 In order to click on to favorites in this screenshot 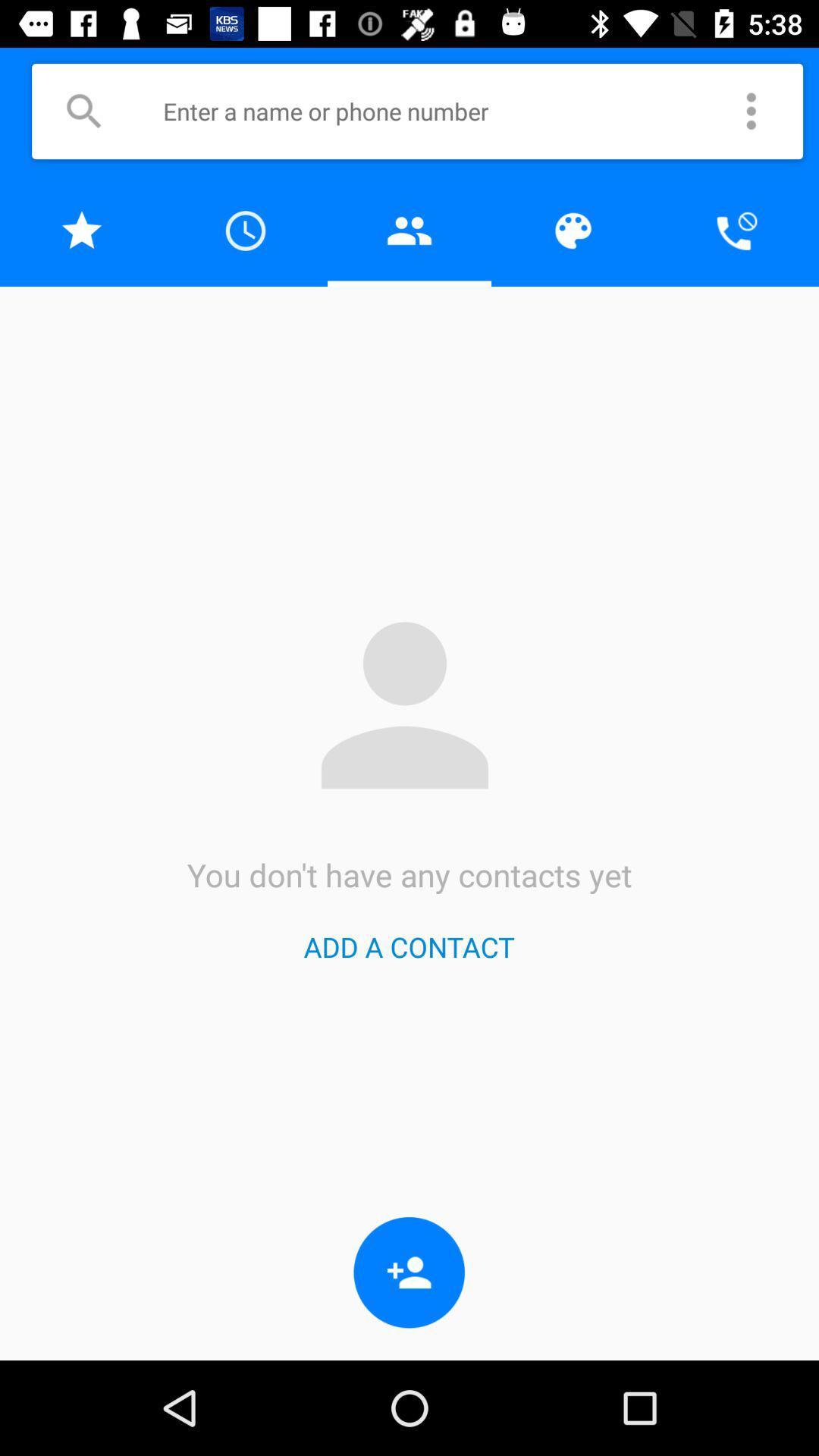, I will do `click(82, 230)`.